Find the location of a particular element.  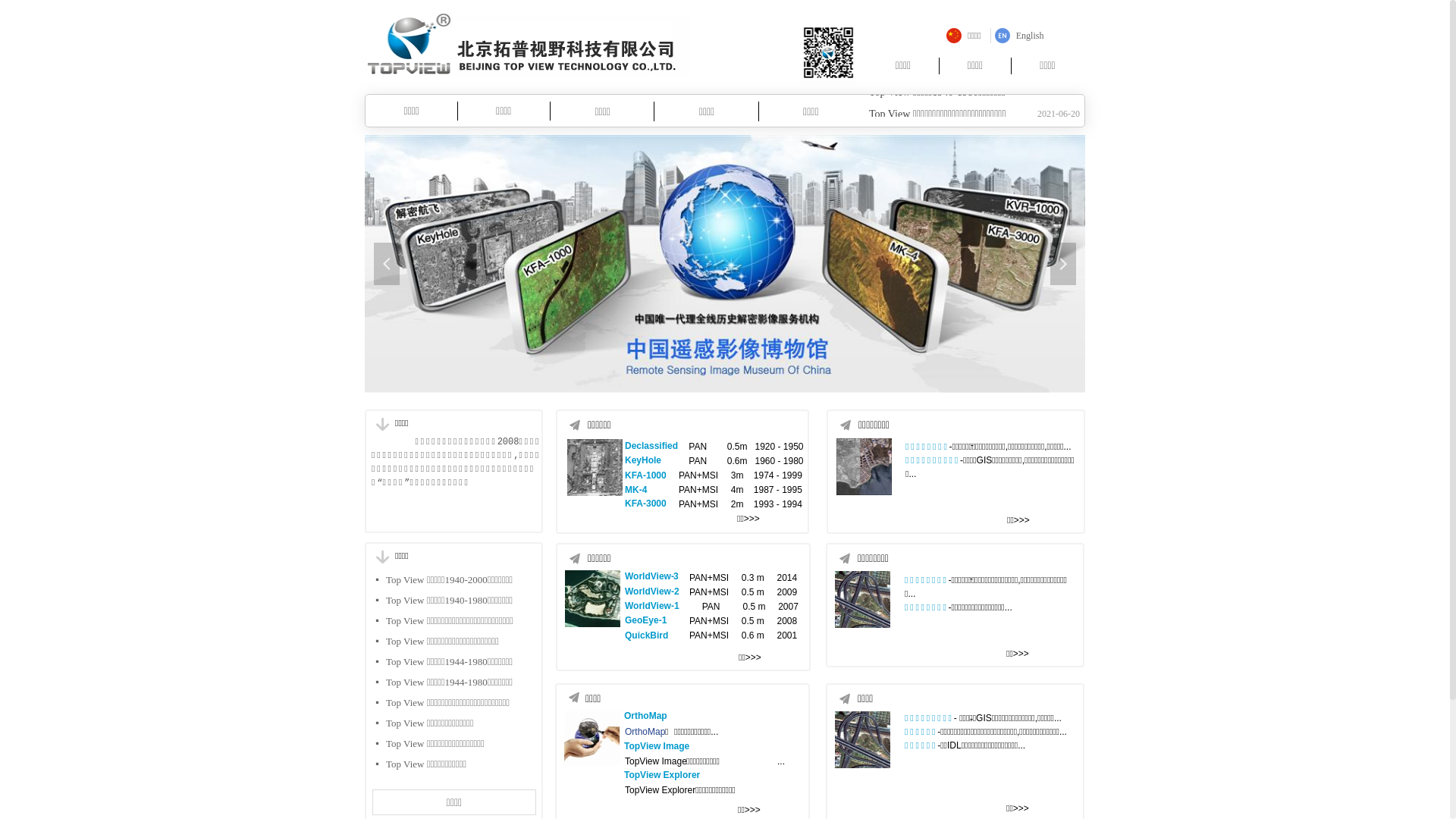

'KFA-1000' is located at coordinates (645, 475).